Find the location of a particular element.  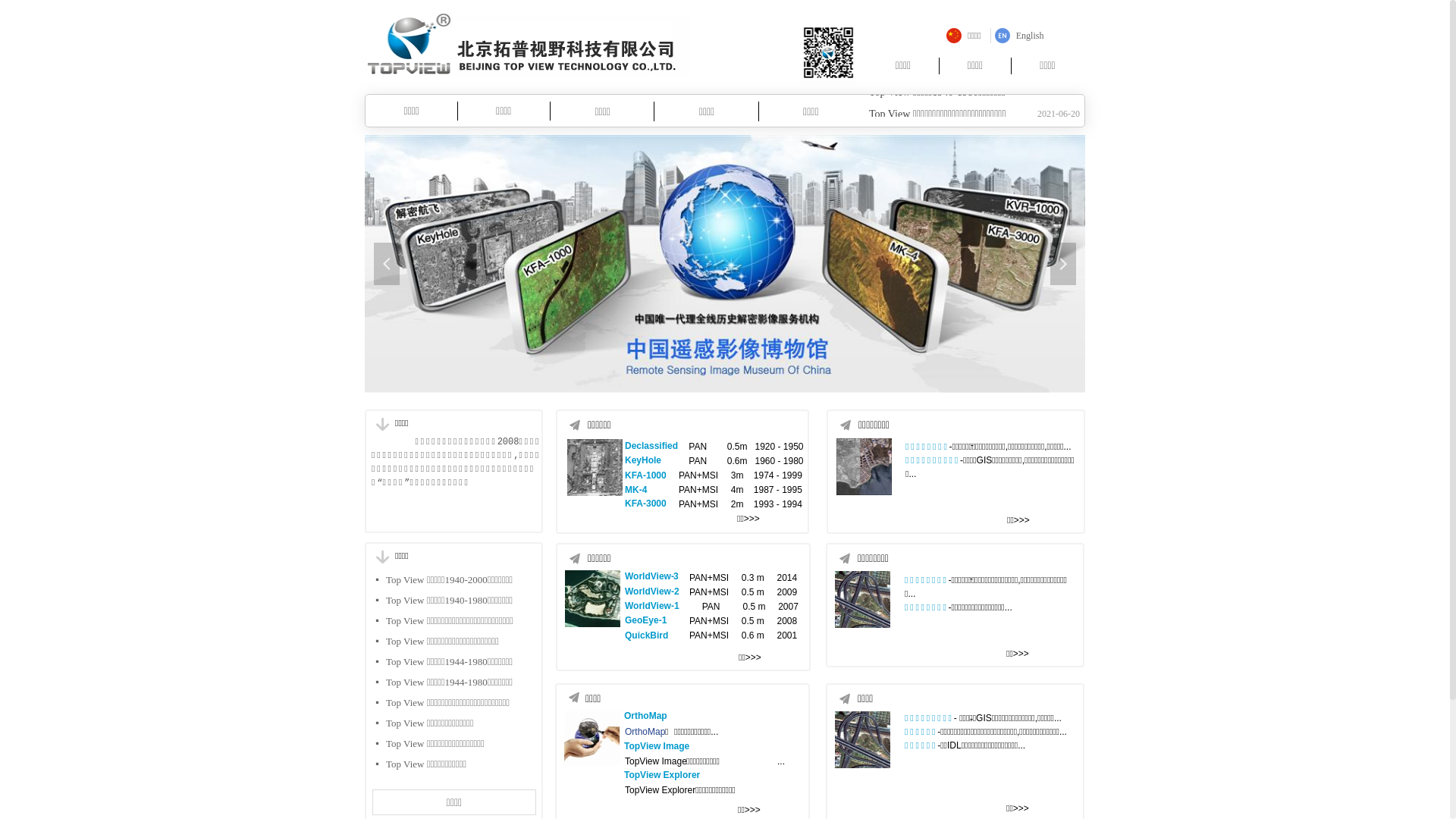

'KFA-1000' is located at coordinates (645, 475).